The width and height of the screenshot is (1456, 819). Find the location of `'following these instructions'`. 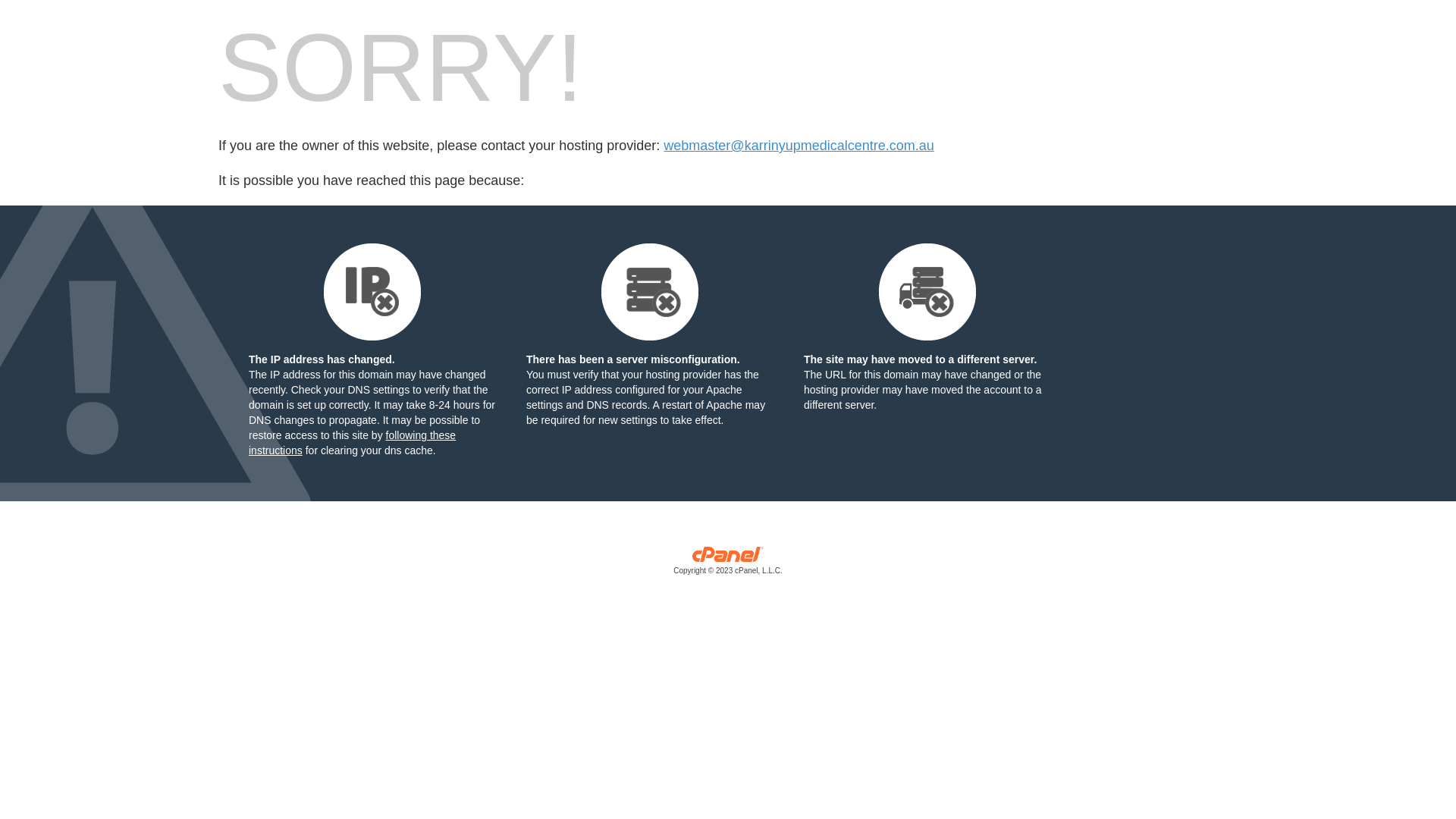

'following these instructions' is located at coordinates (351, 442).